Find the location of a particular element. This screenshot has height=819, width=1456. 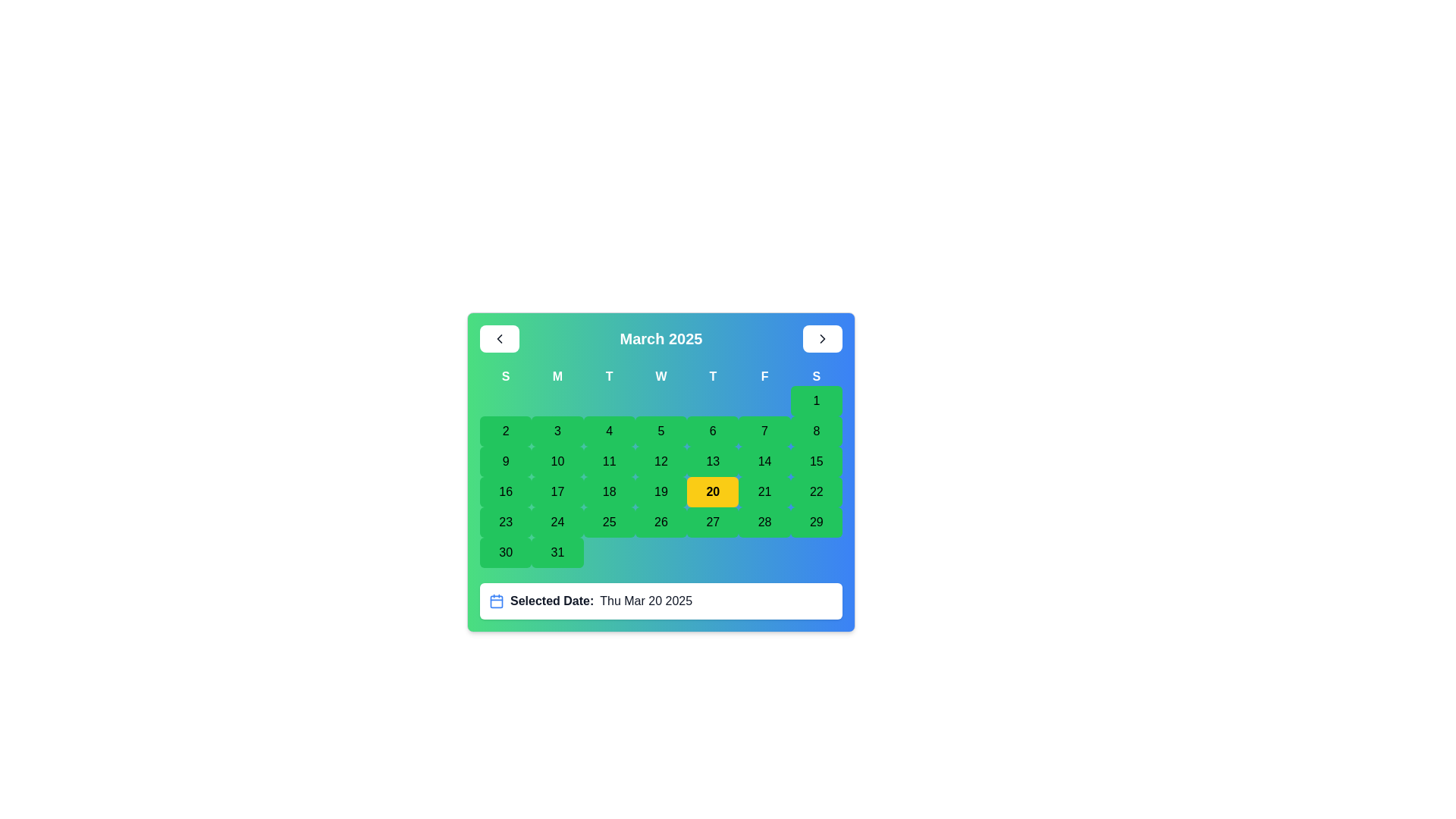

the calendar icon located at the far left of the footer section to interact with the date display or trigger a calendar-related action is located at coordinates (496, 601).